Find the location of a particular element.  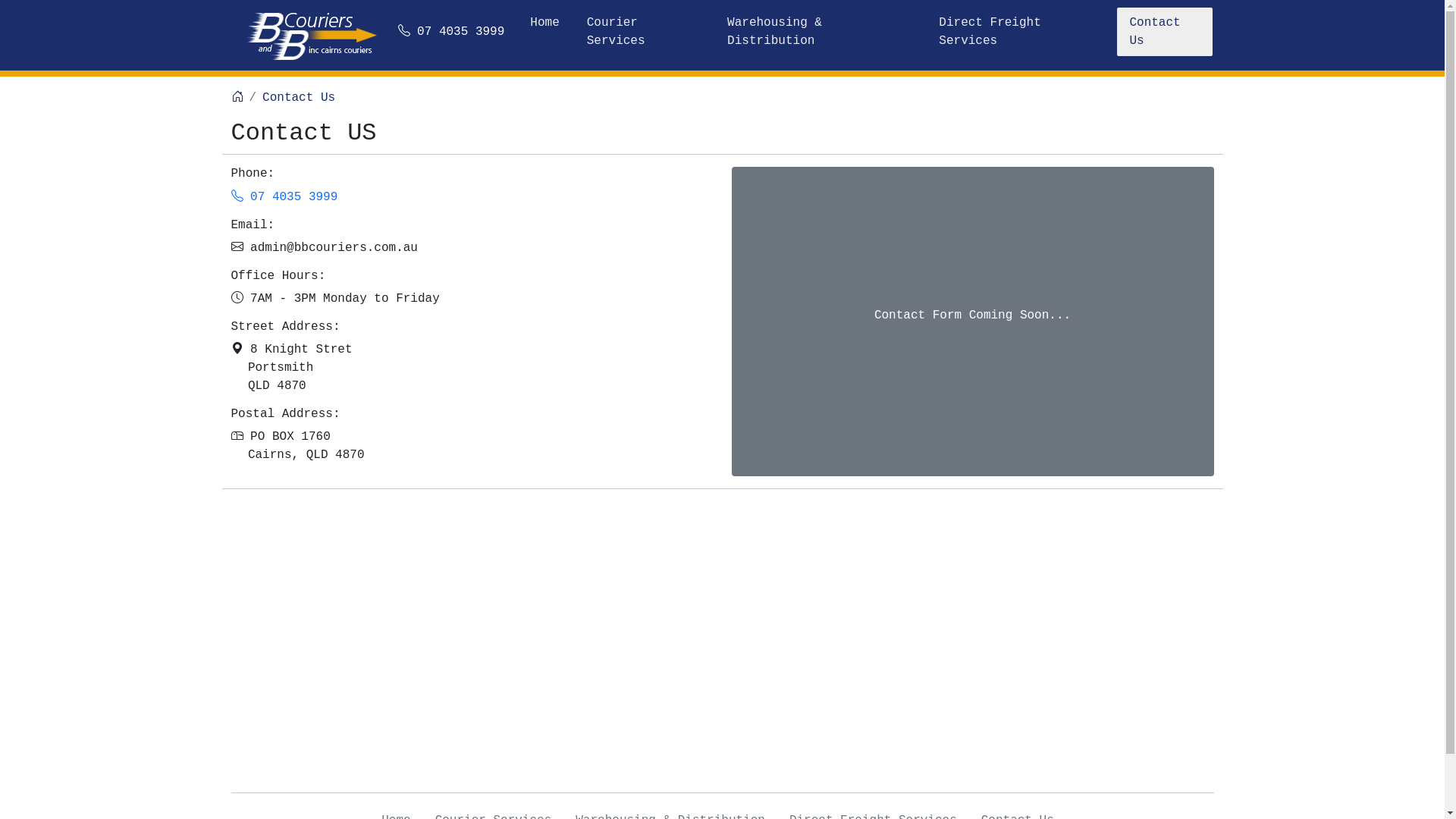

'Direct Freight Services' is located at coordinates (1020, 32).